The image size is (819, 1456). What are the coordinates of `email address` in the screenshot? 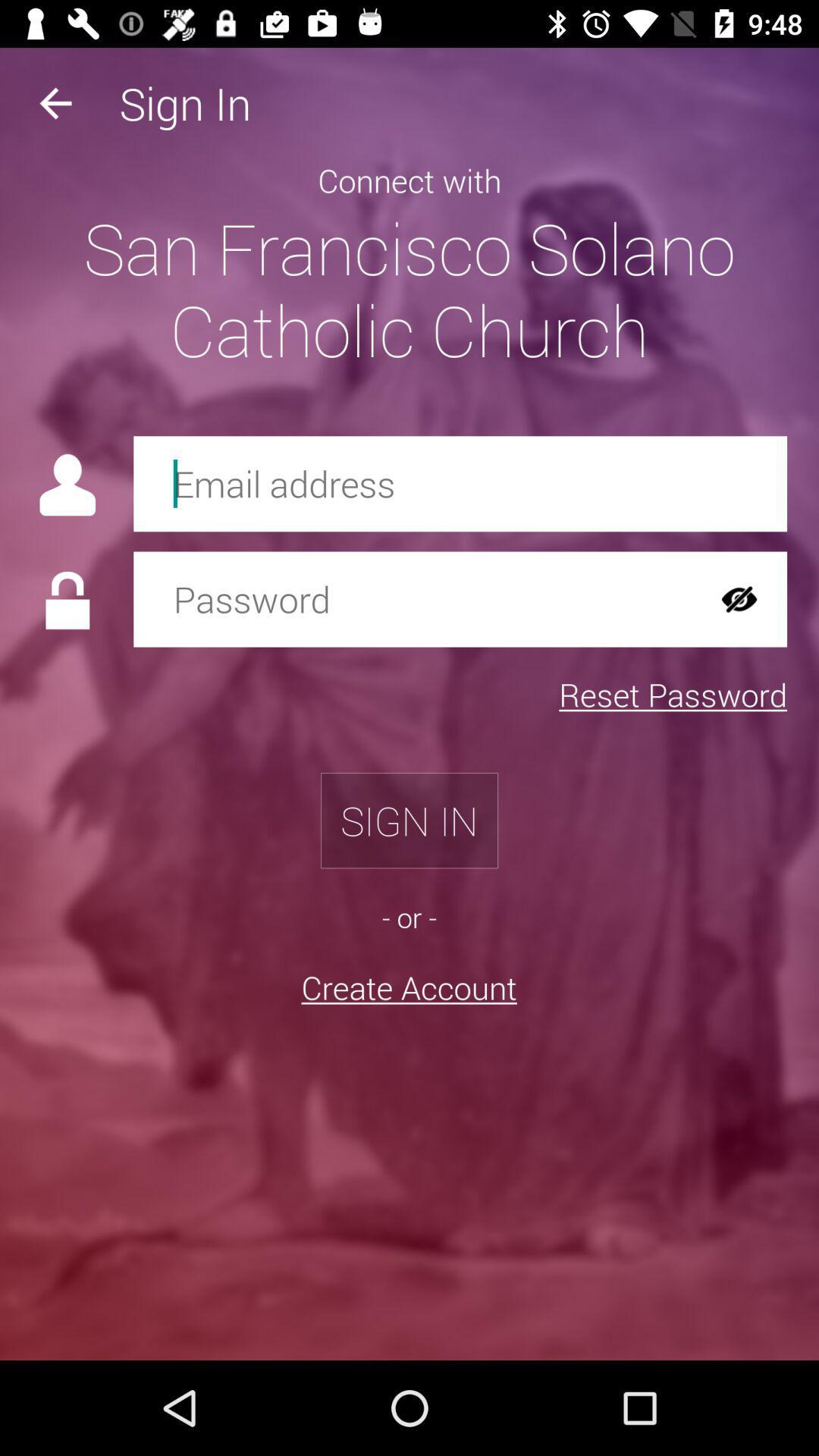 It's located at (460, 483).